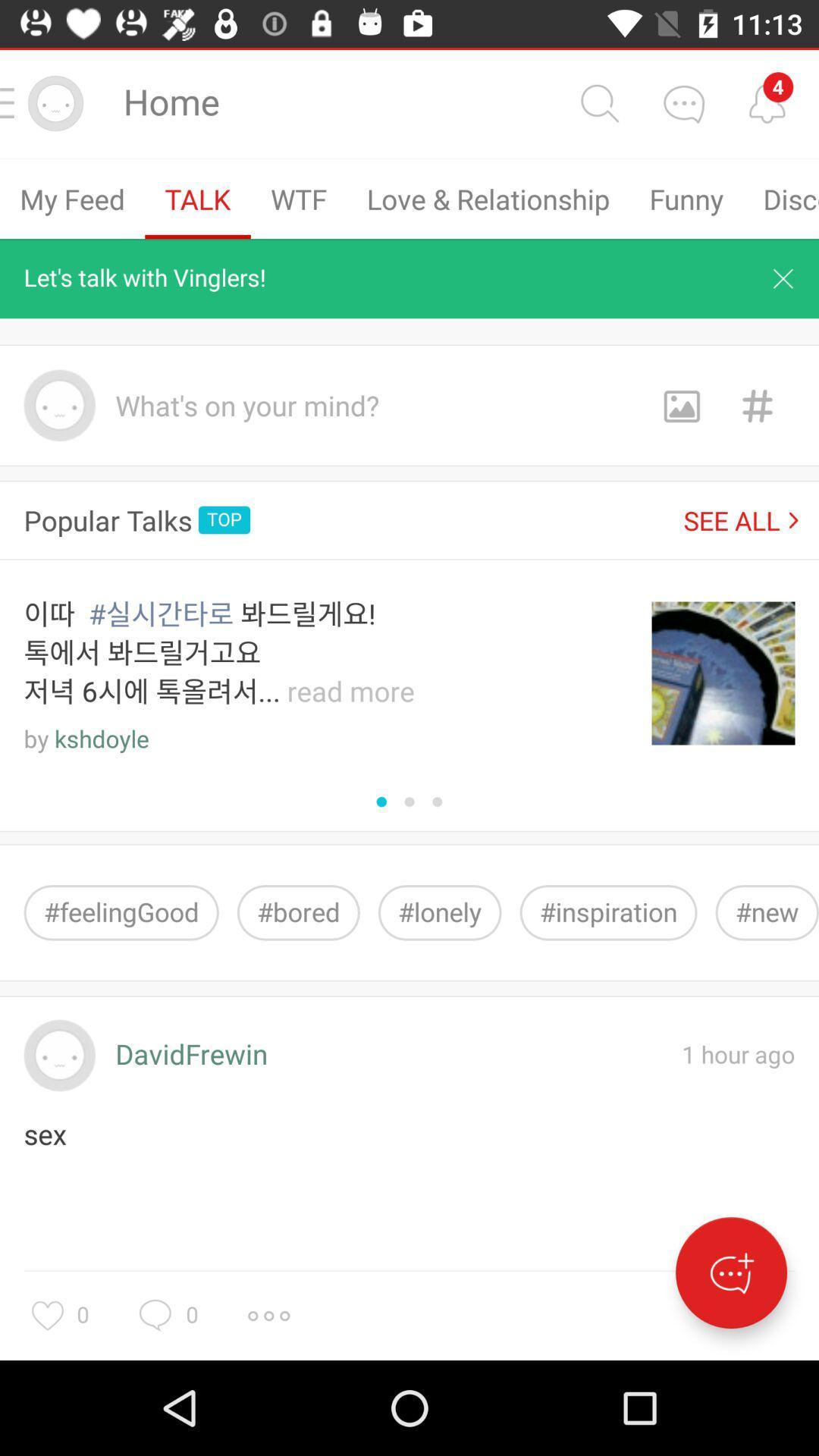 The image size is (819, 1456). I want to click on the chat icon, so click(683, 102).